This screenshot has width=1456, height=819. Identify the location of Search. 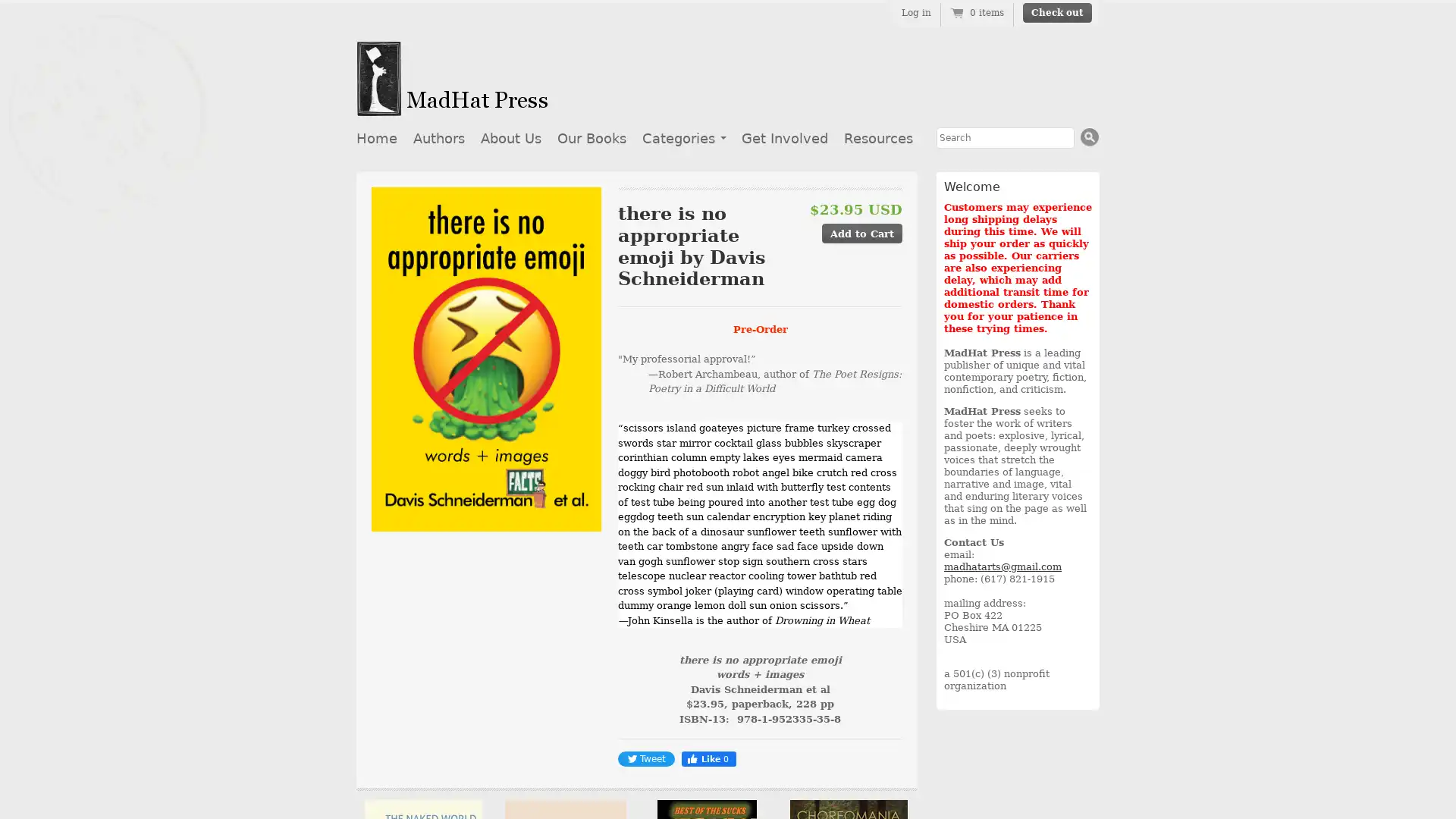
(1089, 136).